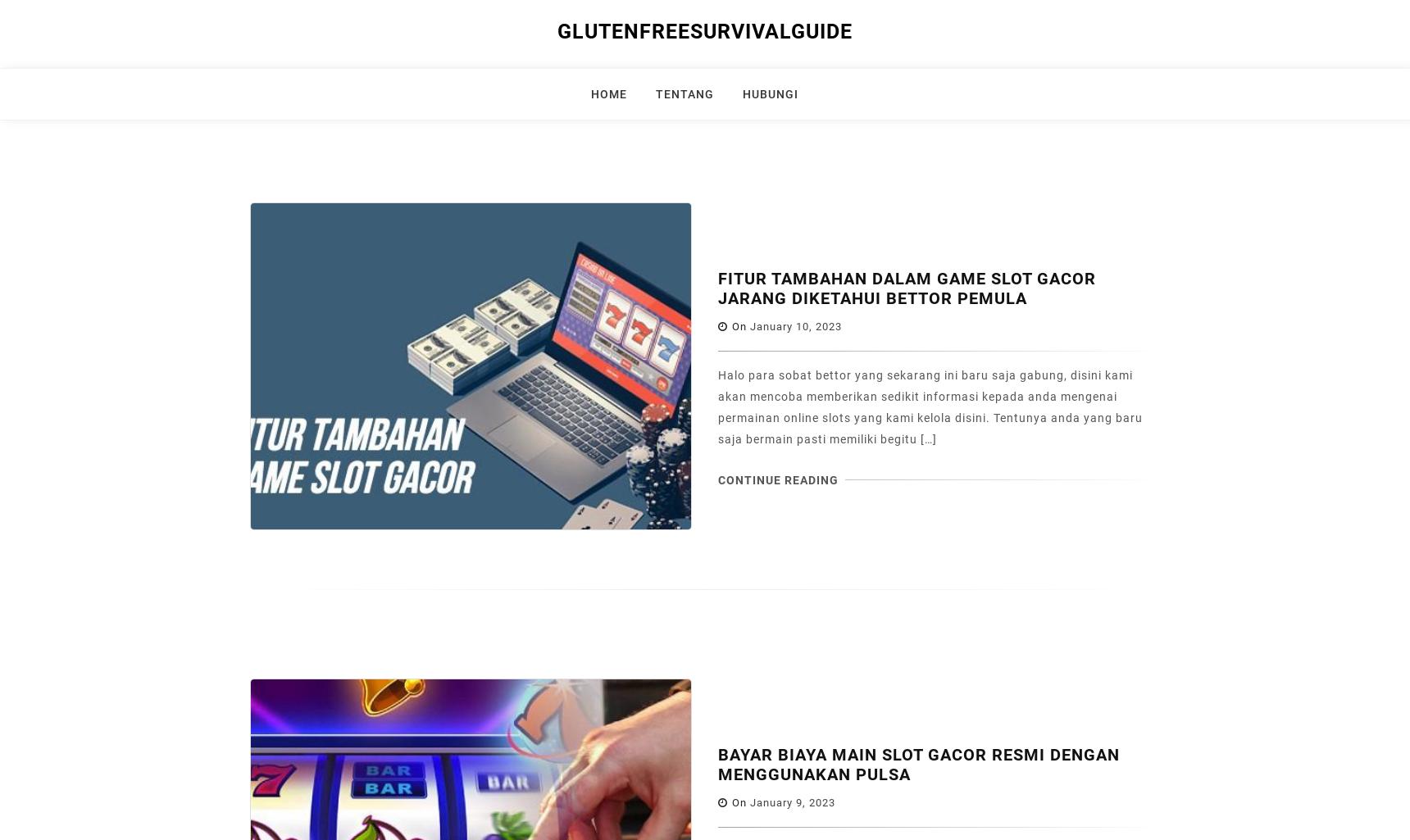  What do you see at coordinates (907, 286) in the screenshot?
I see `'Fitur Tambahan Dalam Game Slot Gacor Jarang Diketahui Bettor Pemula'` at bounding box center [907, 286].